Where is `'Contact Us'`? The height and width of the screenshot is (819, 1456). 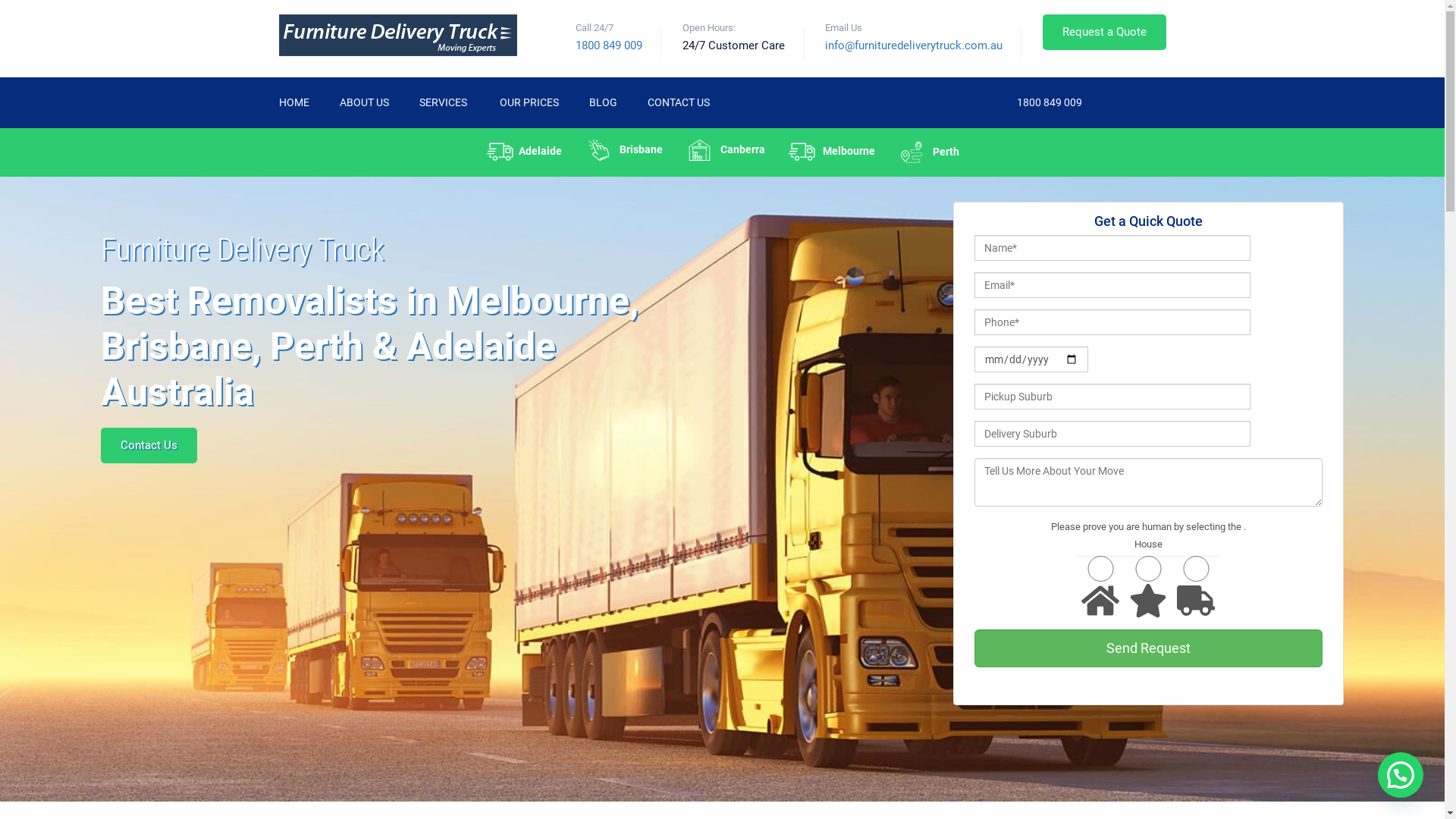
'Contact Us' is located at coordinates (149, 444).